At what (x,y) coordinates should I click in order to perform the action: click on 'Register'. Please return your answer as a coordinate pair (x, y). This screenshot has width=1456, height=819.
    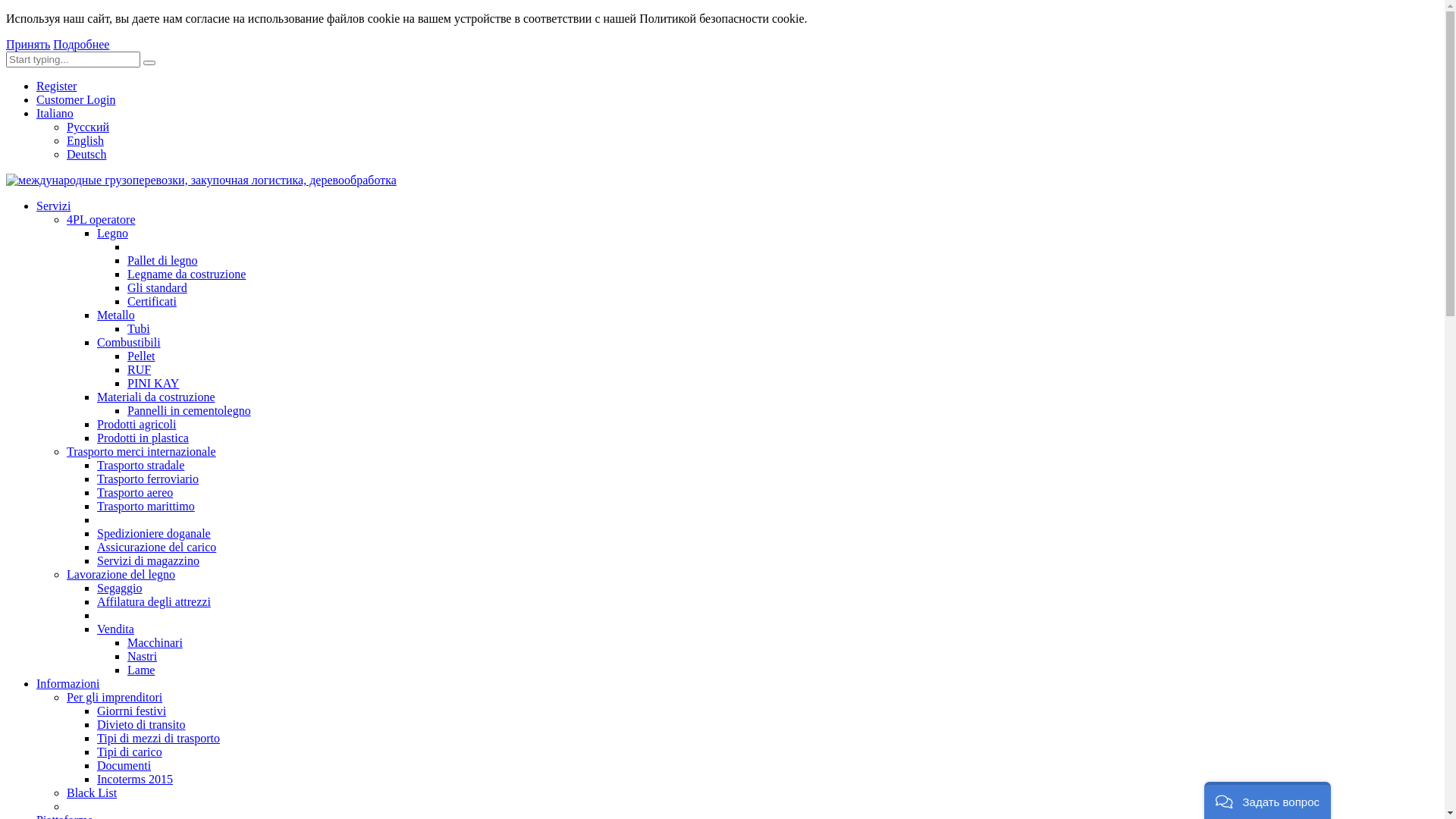
    Looking at the image, I should click on (56, 86).